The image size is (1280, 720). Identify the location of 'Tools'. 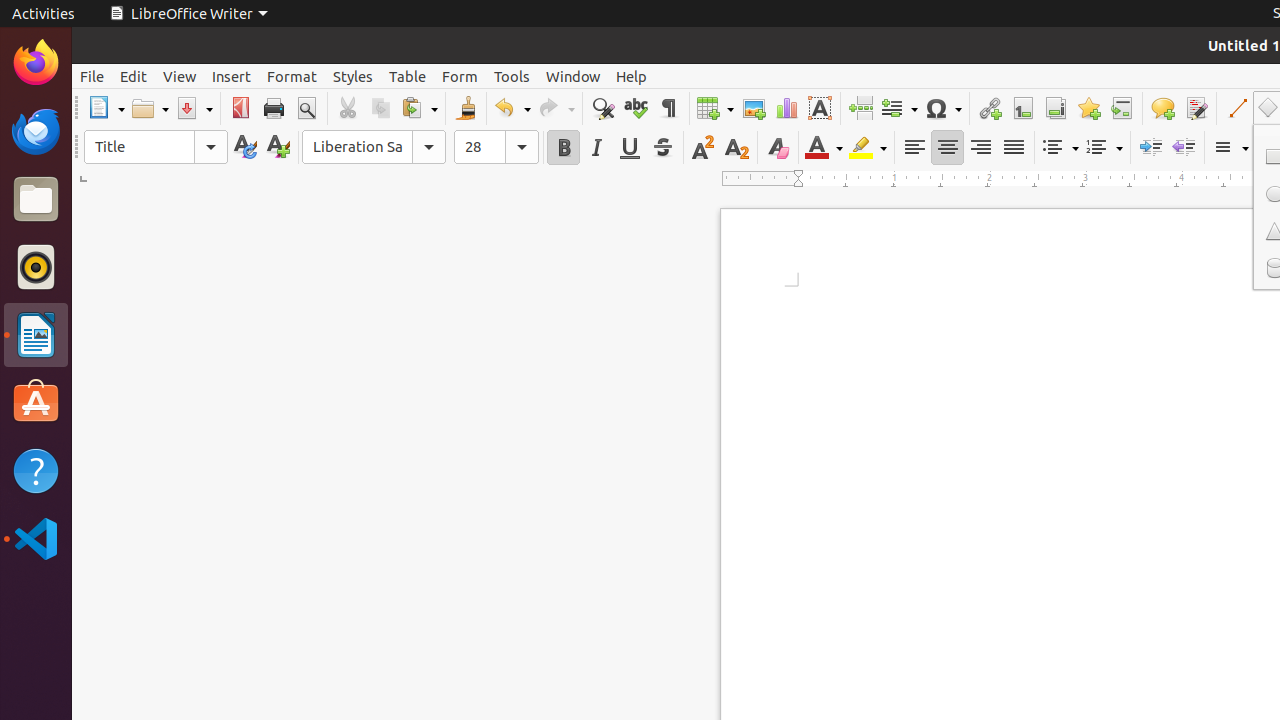
(512, 75).